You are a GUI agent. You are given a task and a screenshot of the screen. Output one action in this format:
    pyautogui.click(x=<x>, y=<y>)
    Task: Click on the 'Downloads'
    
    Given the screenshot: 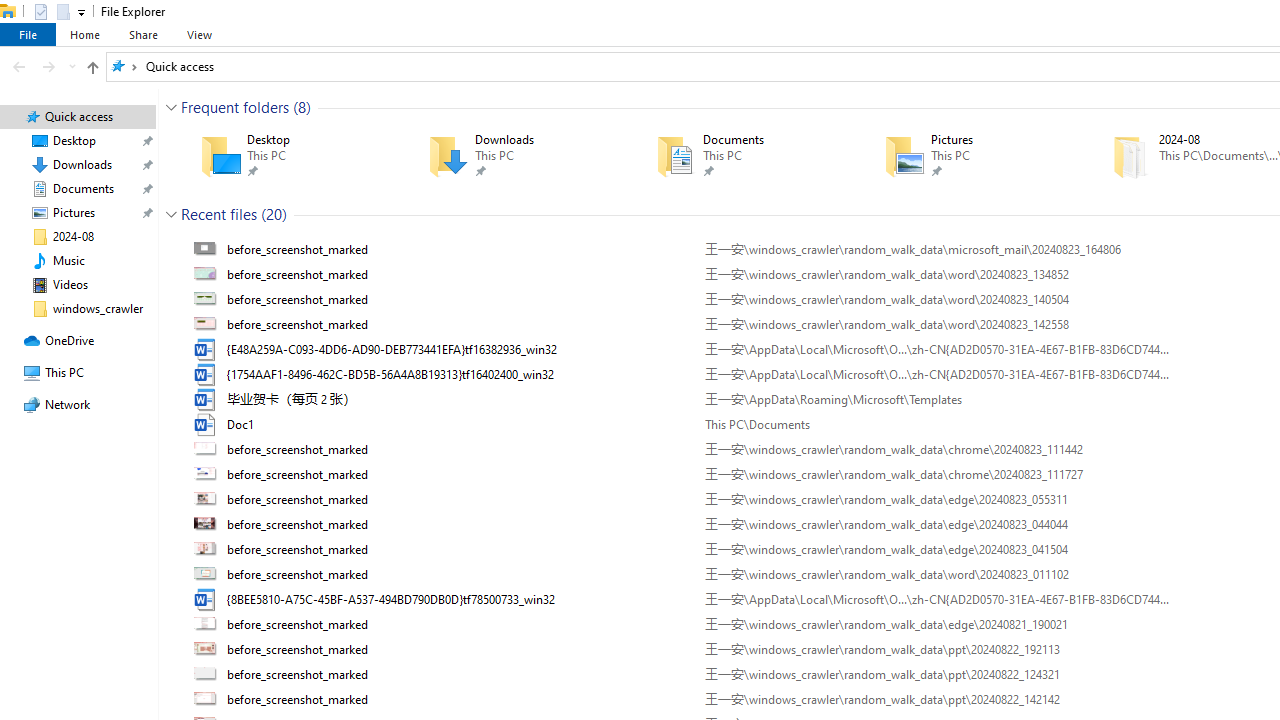 What is the action you would take?
    pyautogui.click(x=513, y=155)
    